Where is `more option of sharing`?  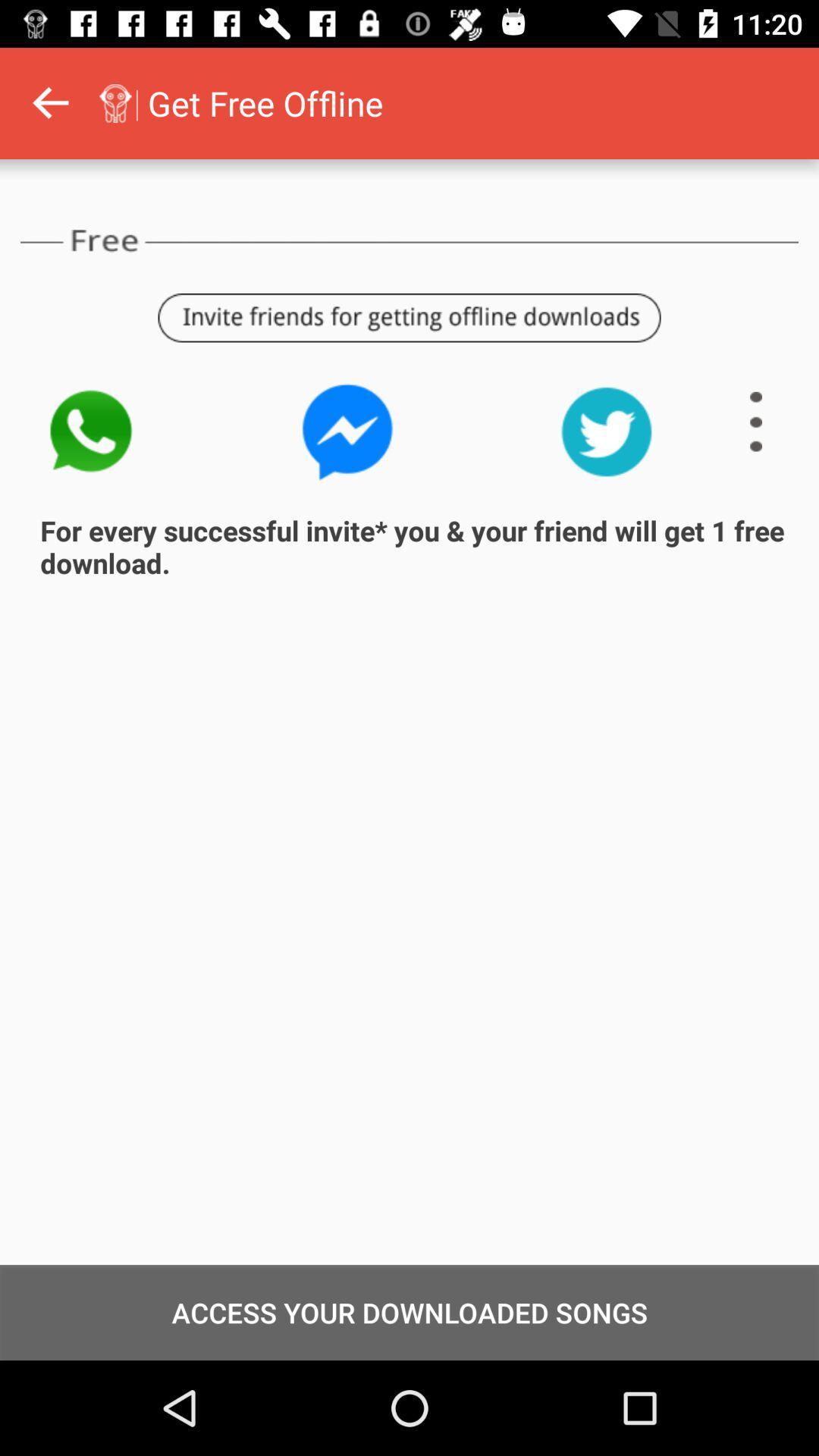
more option of sharing is located at coordinates (756, 422).